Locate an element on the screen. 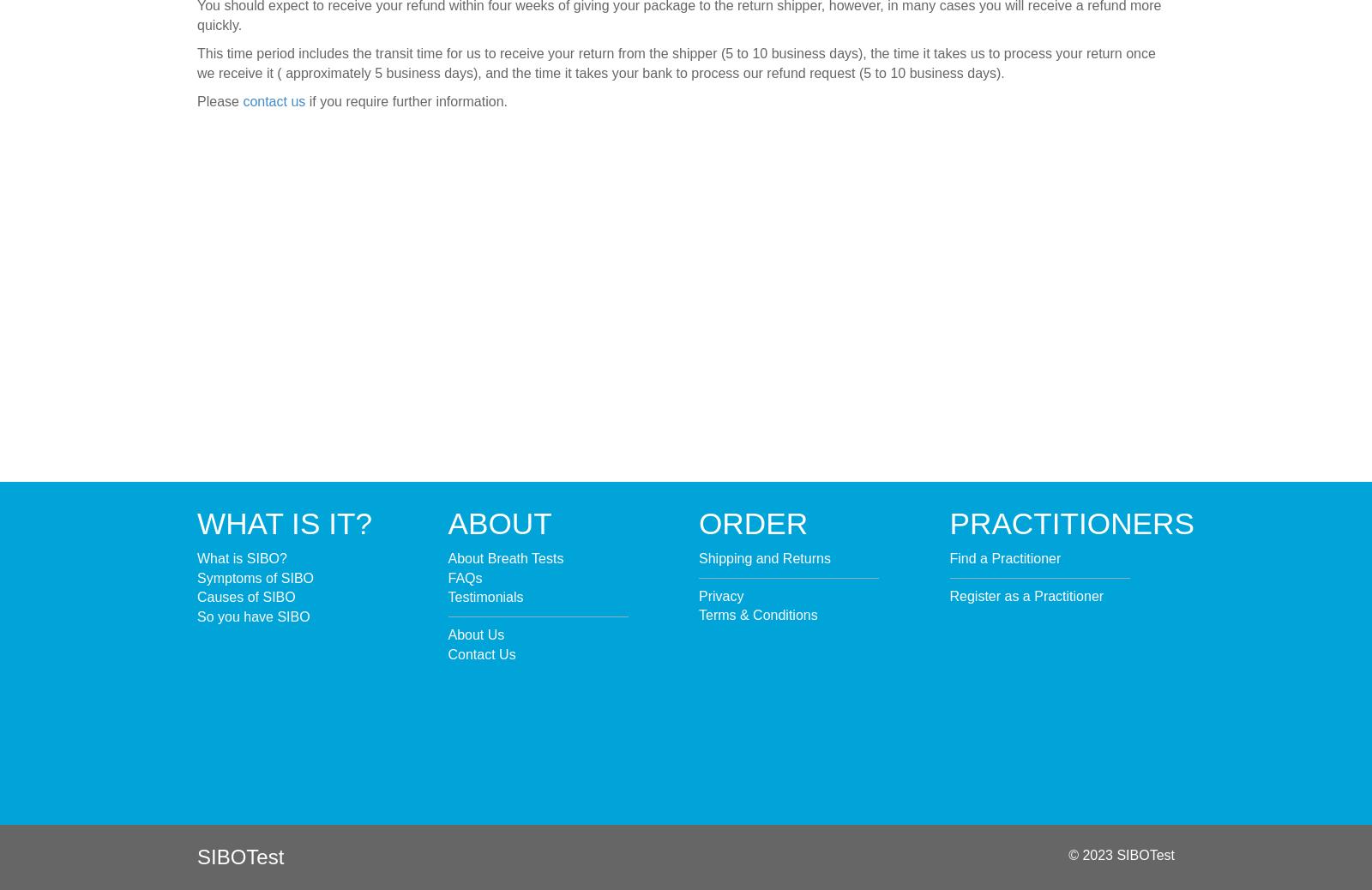 Image resolution: width=1372 pixels, height=890 pixels. 'Terms & Conditions' is located at coordinates (757, 614).